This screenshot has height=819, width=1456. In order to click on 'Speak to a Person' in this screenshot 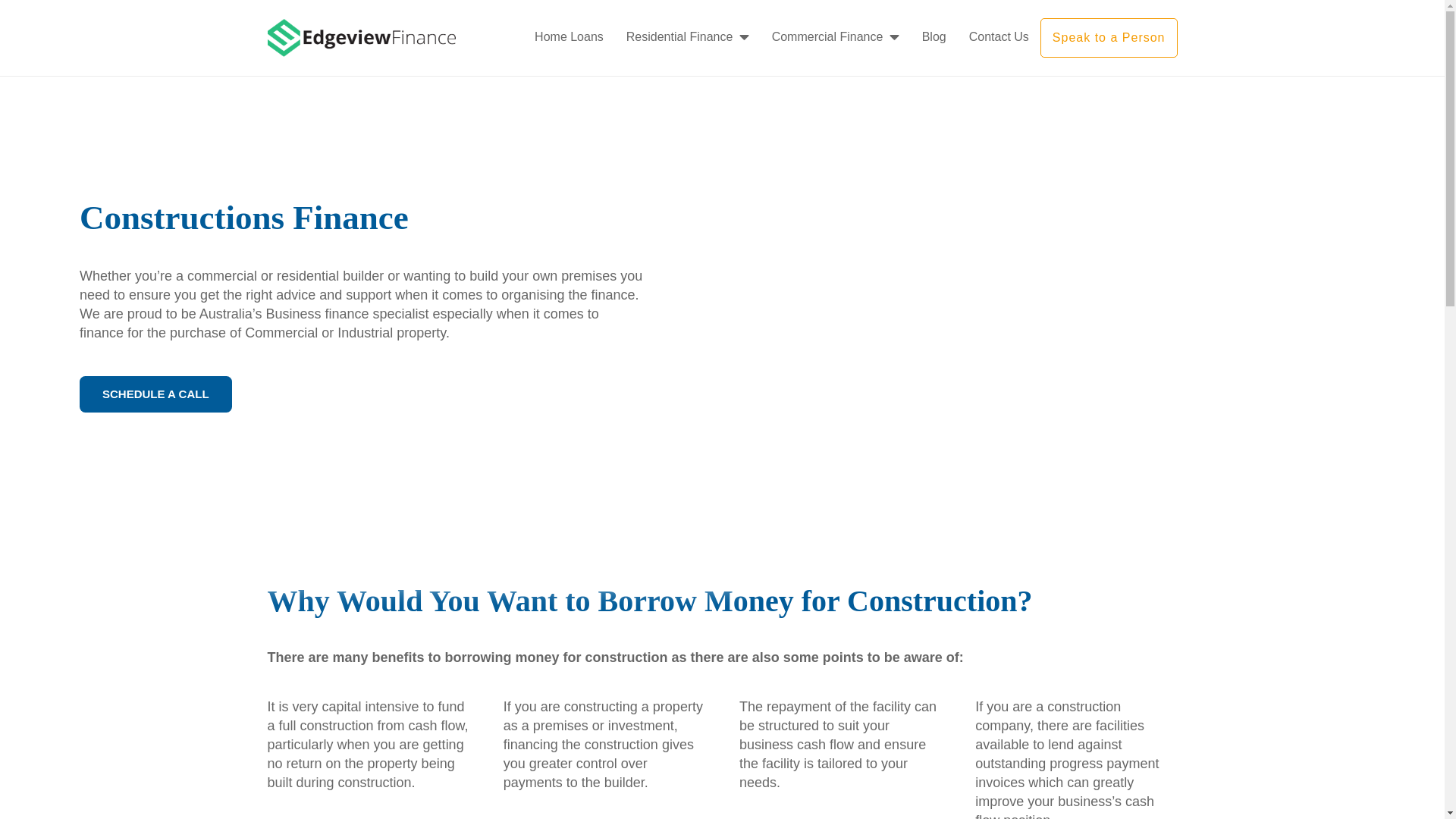, I will do `click(1109, 37)`.